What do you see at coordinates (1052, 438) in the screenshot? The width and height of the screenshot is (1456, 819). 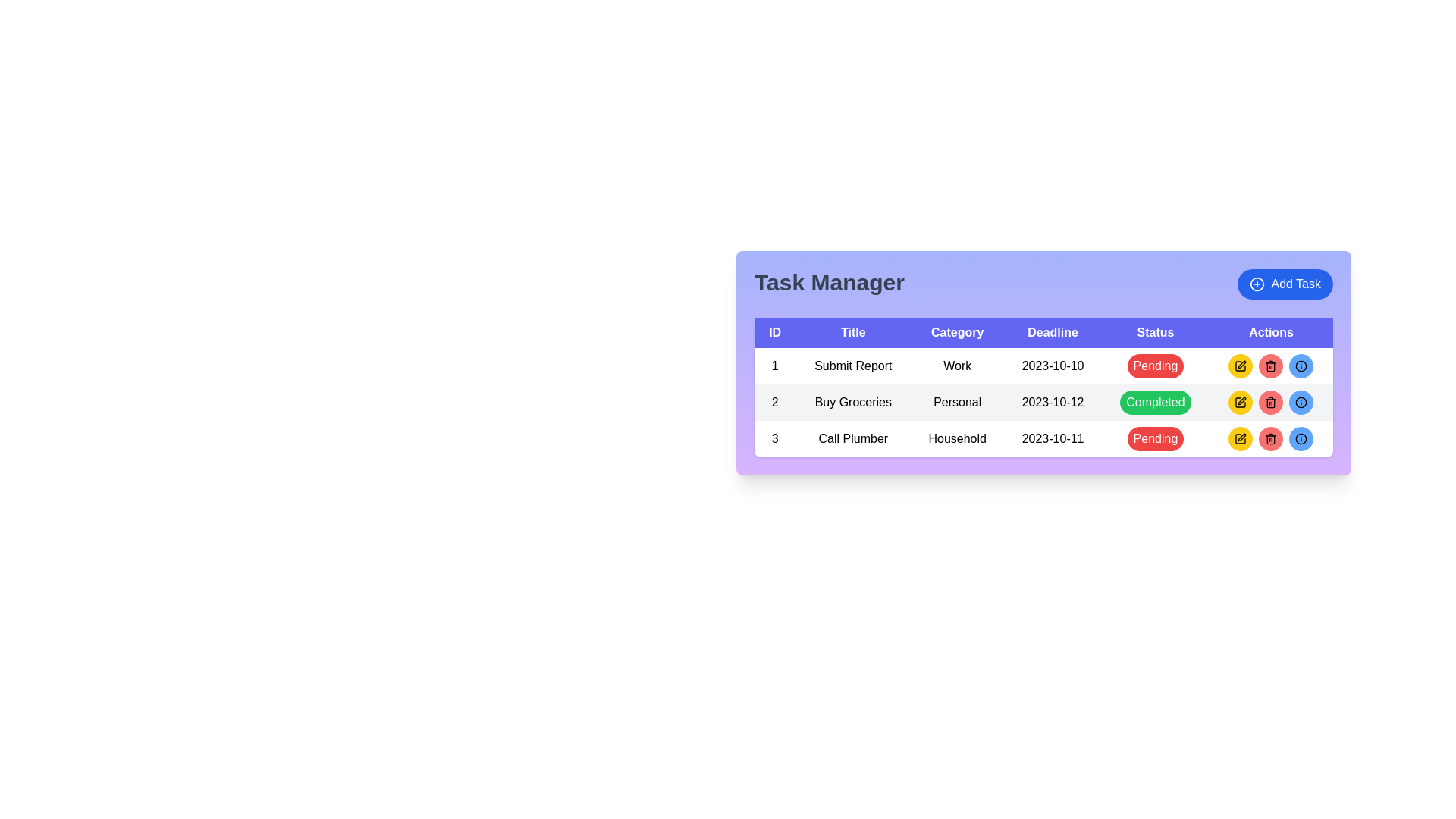 I see `text displaying '2023-10-11' located in the fourth column of the third row in the data table, styled with a clean, sans-serif black font against a white background` at bounding box center [1052, 438].